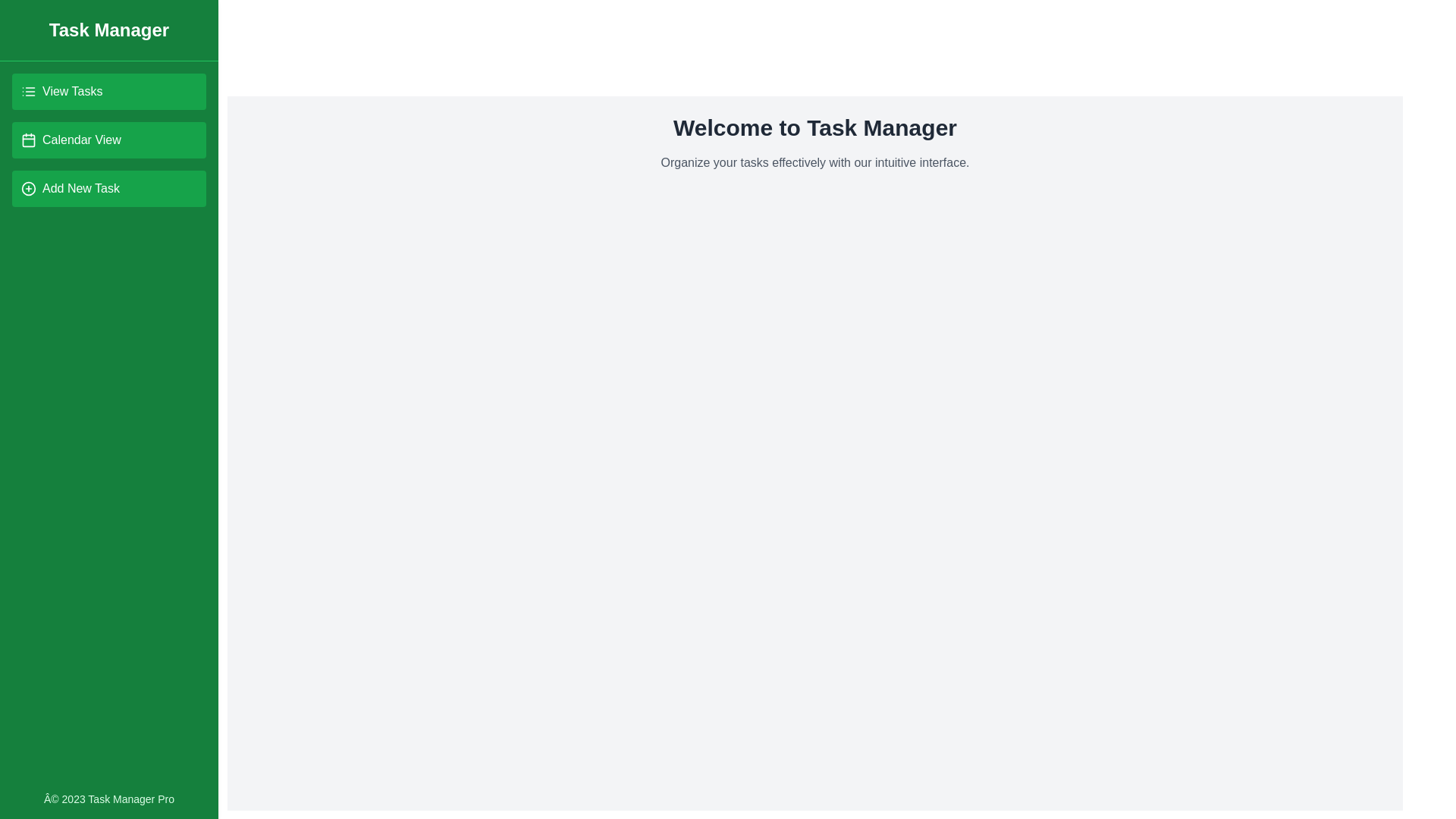  Describe the element at coordinates (108, 91) in the screenshot. I see `the 'View Tasks' button` at that location.